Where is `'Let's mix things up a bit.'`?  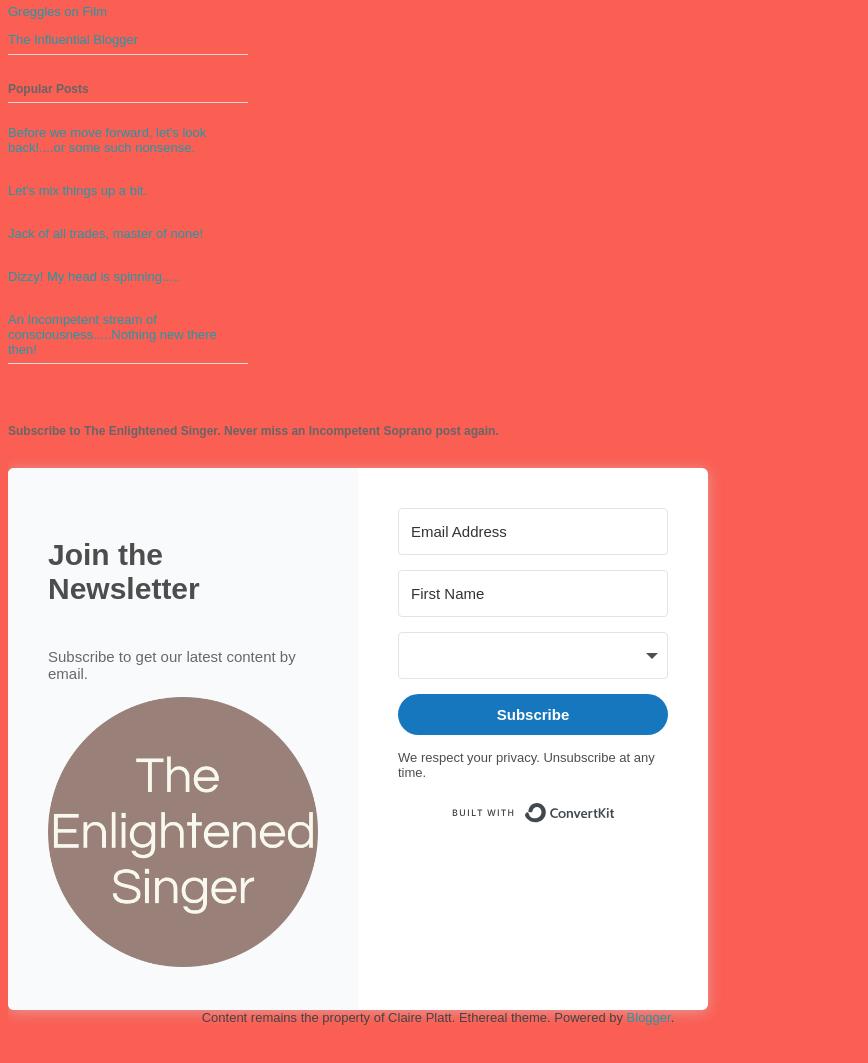 'Let's mix things up a bit.' is located at coordinates (77, 189).